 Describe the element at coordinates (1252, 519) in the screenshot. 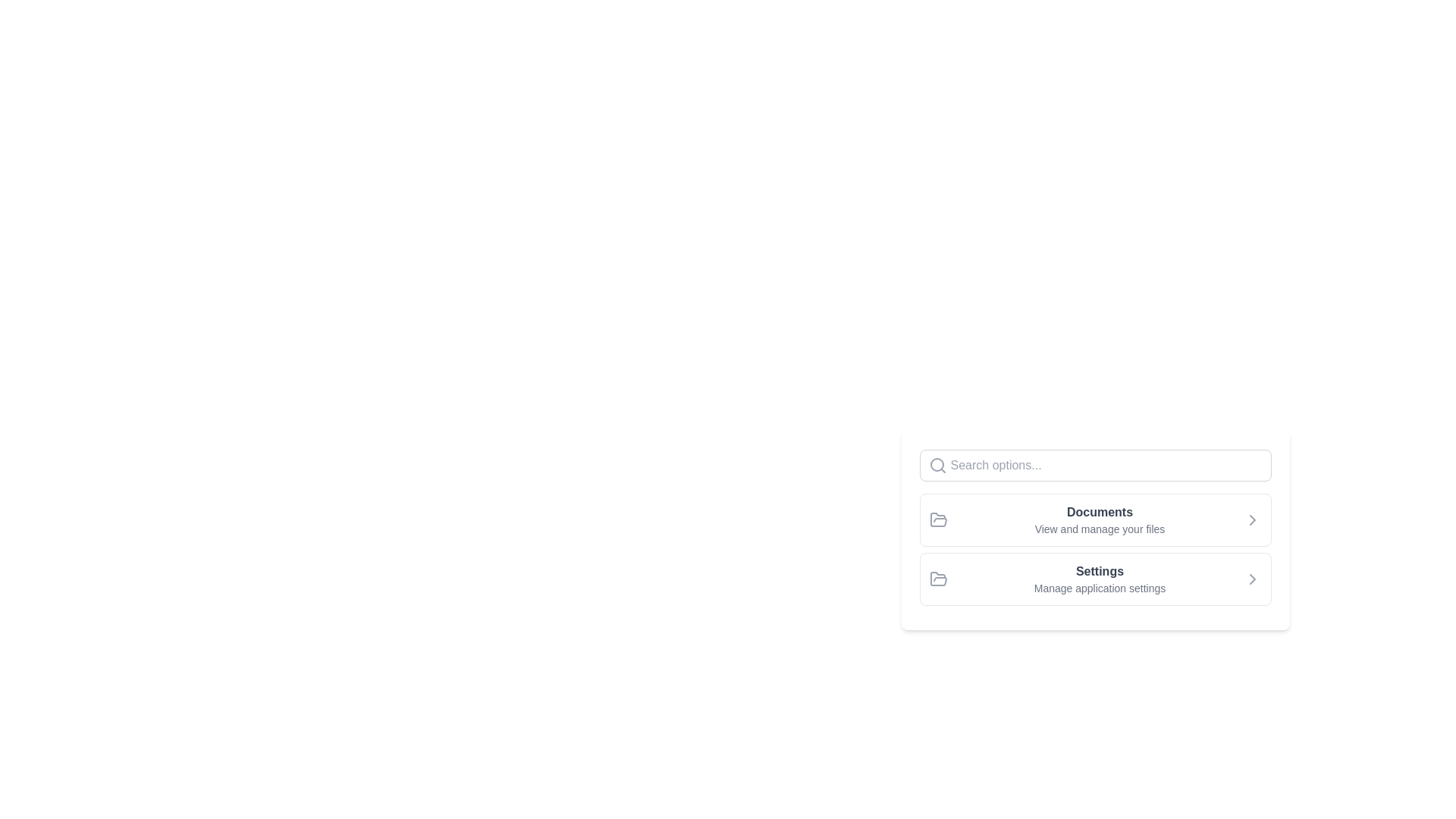

I see `the SVG chevron arrow icon pointing to the right, located next to the 'Documents' text label in the vertical list layout` at that location.